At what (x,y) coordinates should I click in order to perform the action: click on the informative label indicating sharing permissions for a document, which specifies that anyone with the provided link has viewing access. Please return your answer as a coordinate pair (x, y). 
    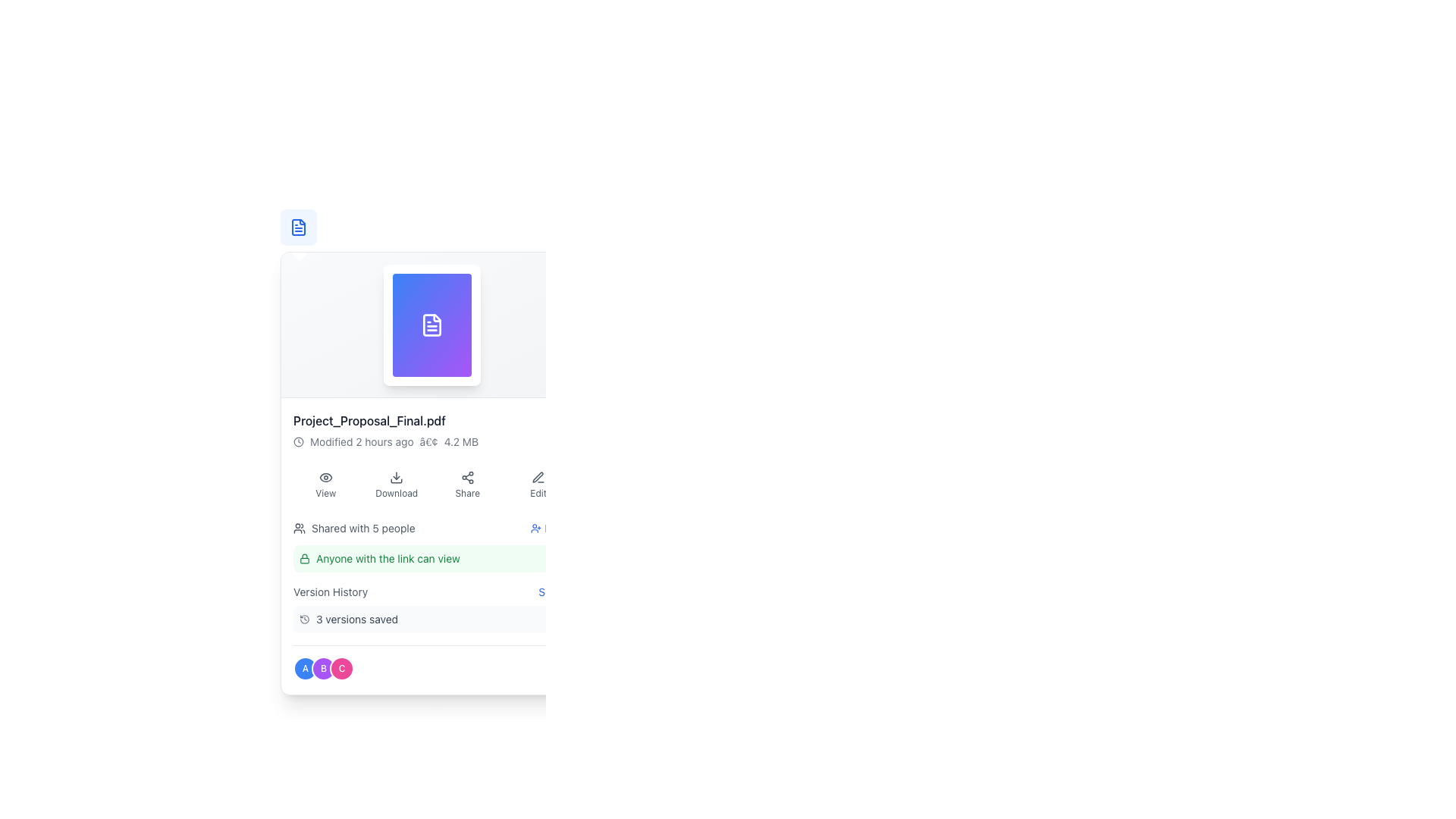
    Looking at the image, I should click on (431, 558).